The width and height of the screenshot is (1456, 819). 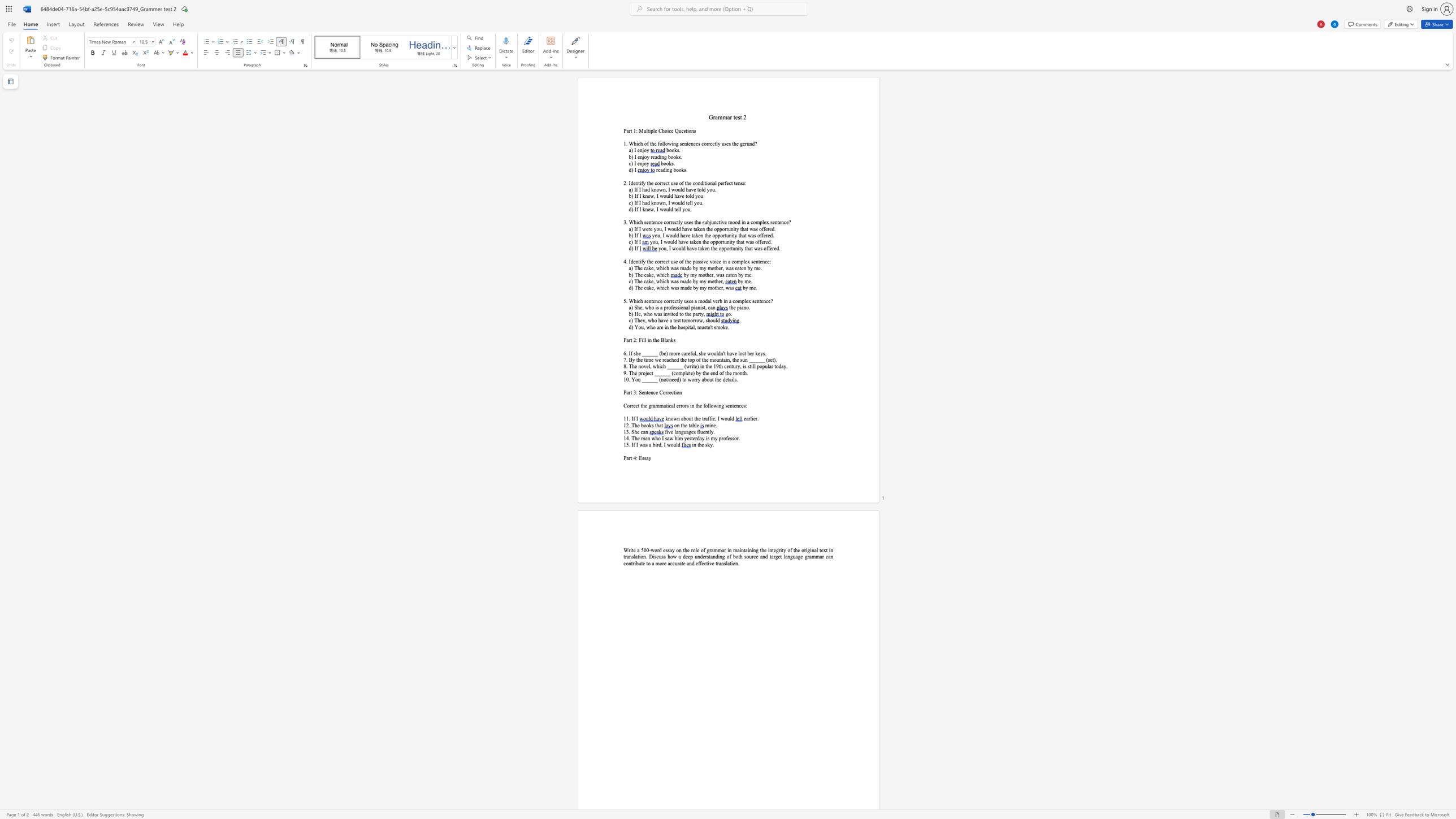 I want to click on the space between the continuous character "w" and "n" in the text, so click(x=662, y=202).